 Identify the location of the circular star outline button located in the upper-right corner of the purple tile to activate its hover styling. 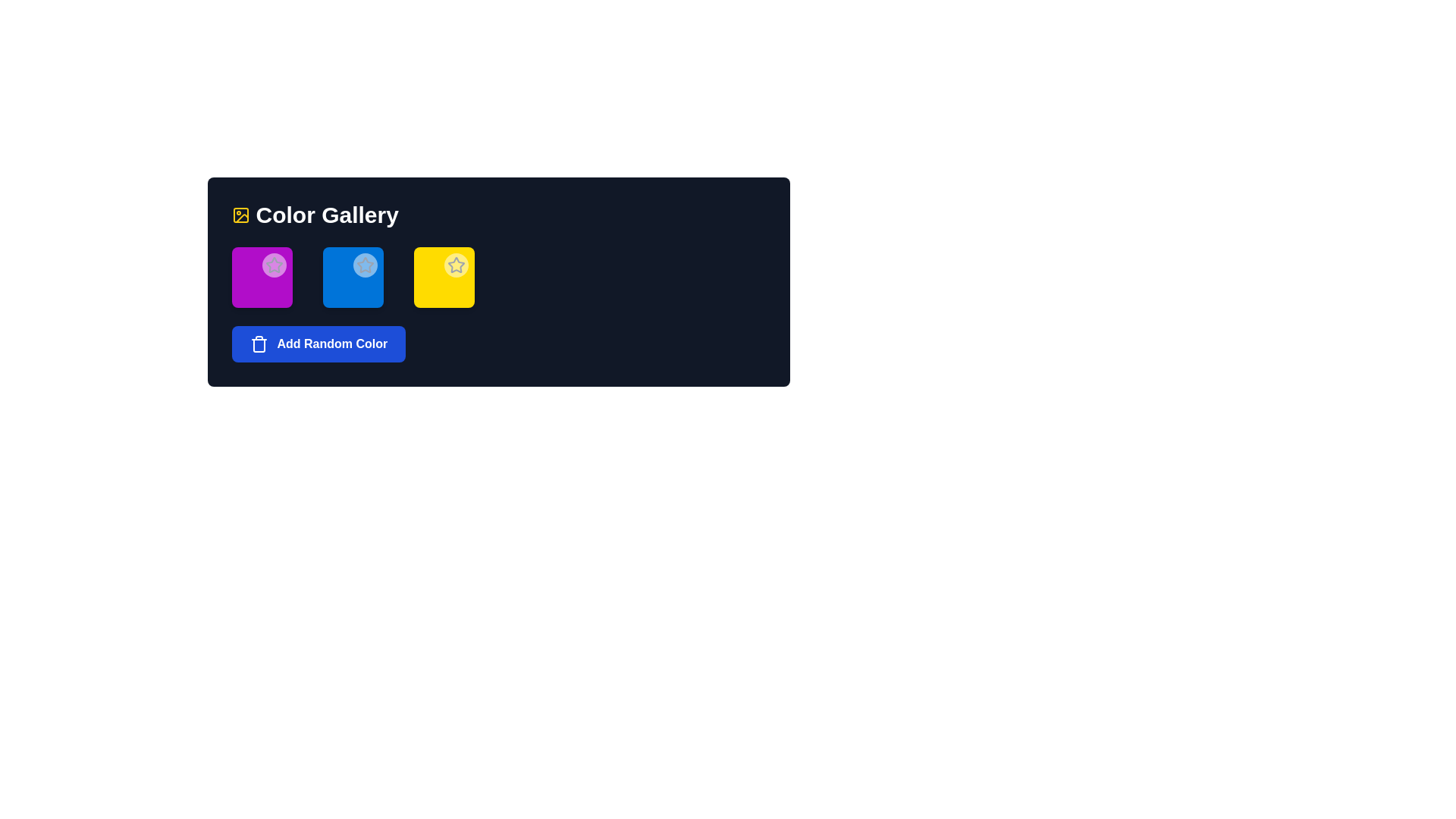
(274, 265).